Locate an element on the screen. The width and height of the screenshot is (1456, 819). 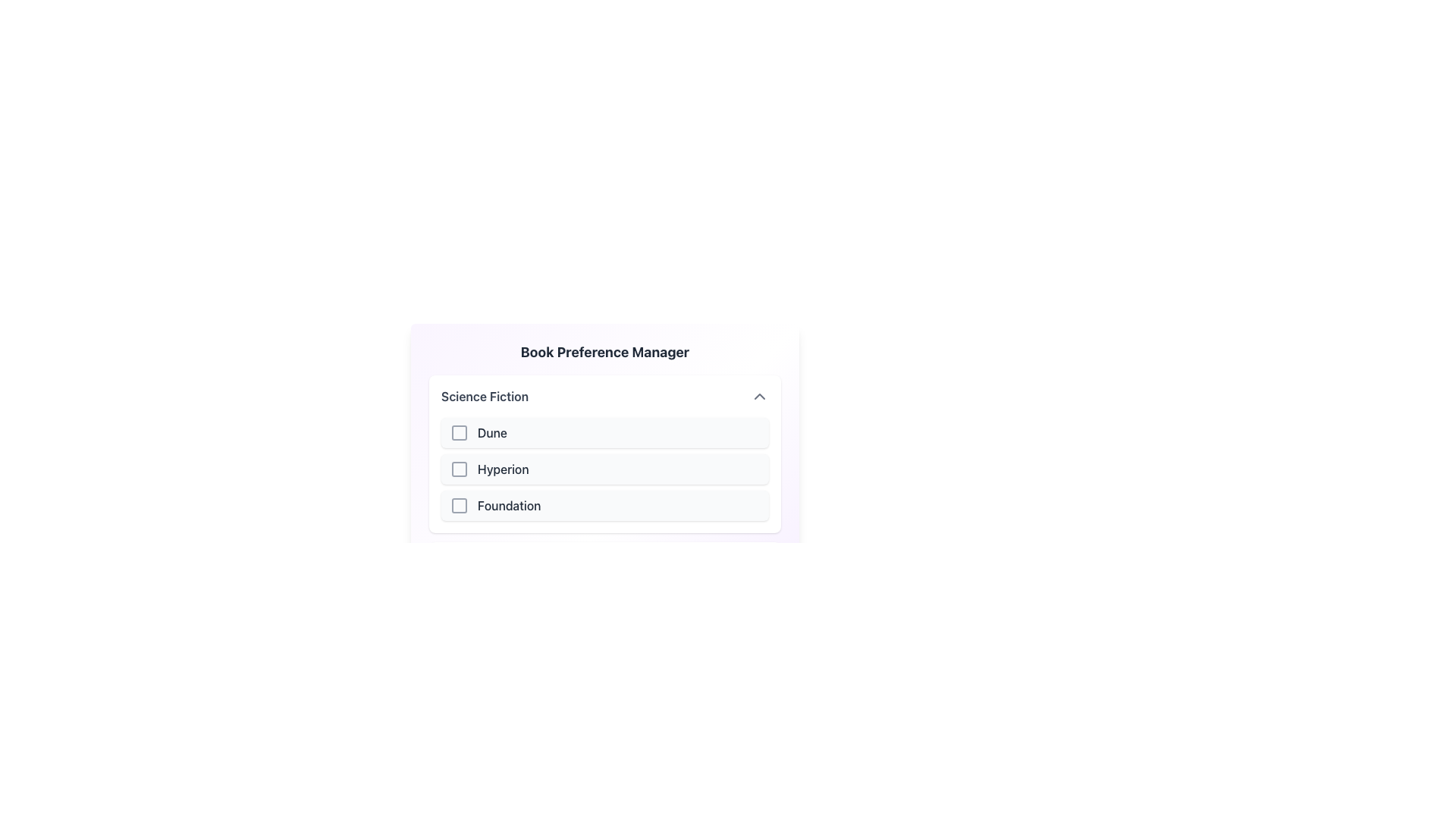
the checkbox is located at coordinates (458, 506).